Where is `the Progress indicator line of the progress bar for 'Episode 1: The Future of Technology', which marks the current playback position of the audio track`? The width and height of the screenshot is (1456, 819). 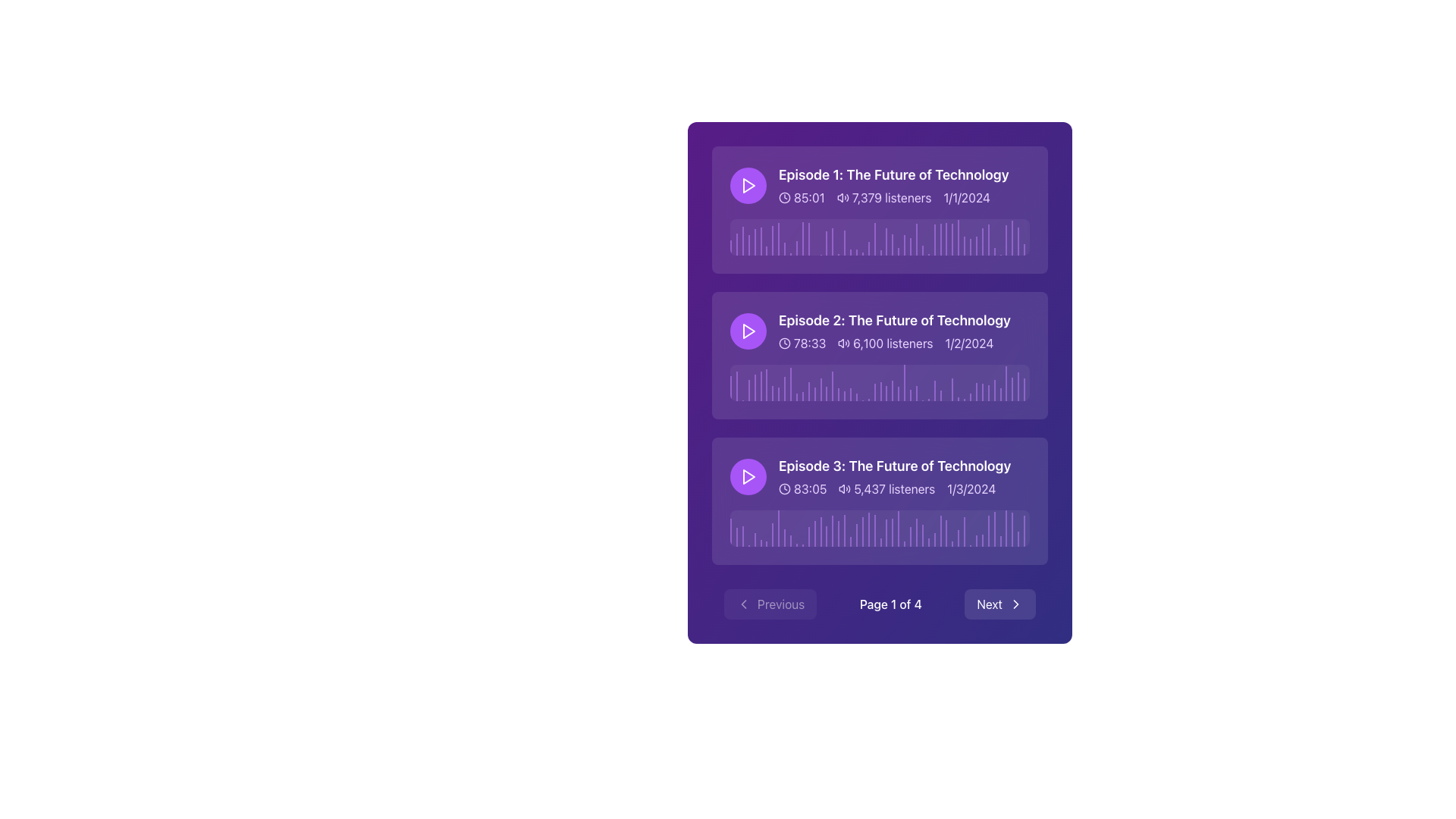
the Progress indicator line of the progress bar for 'Episode 1: The Future of Technology', which marks the current playback position of the audio track is located at coordinates (952, 239).